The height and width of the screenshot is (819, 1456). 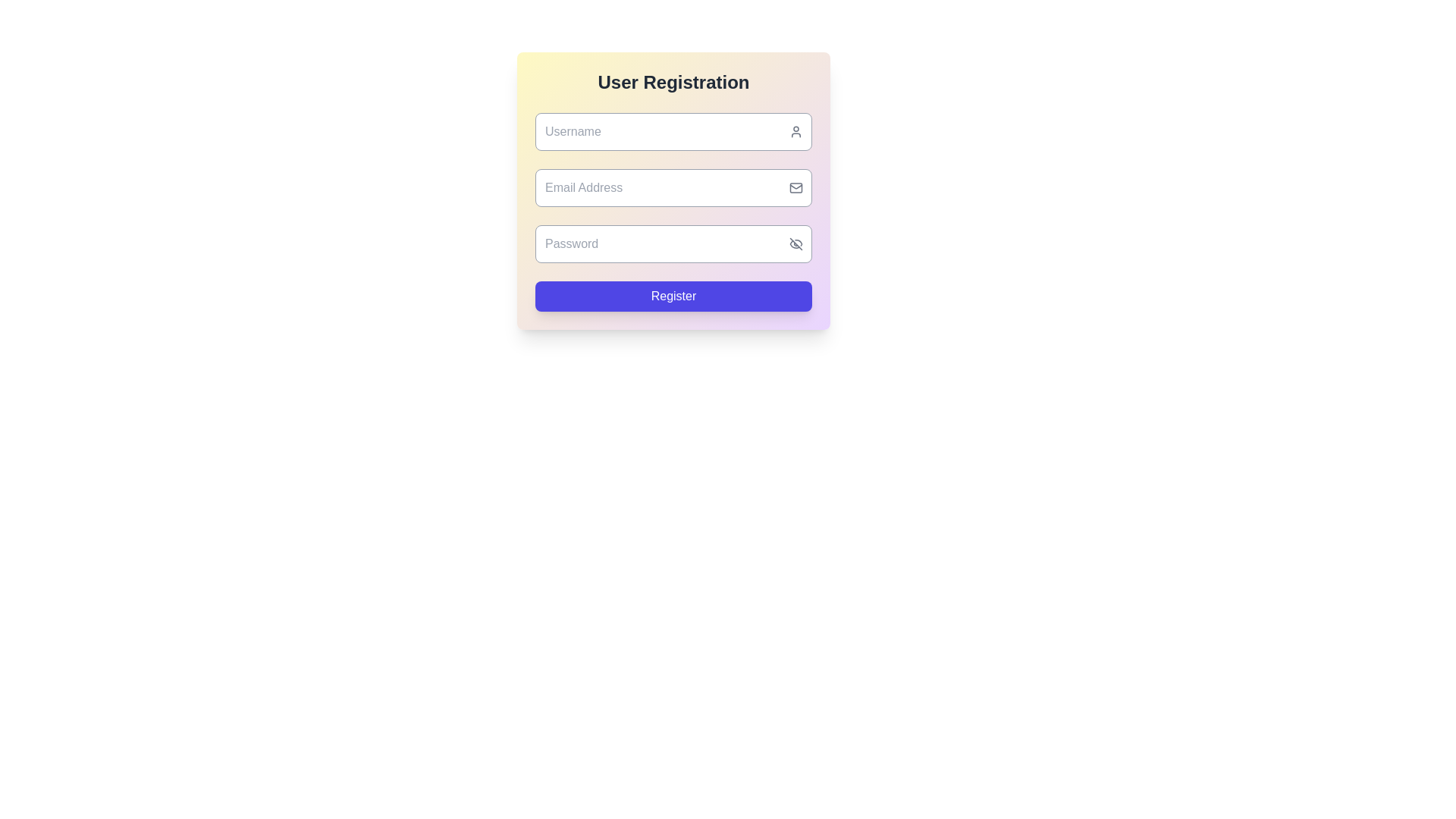 What do you see at coordinates (795, 187) in the screenshot?
I see `the decorative icon indicating the email input field, which is located on the right side of the 'Email Address' input box` at bounding box center [795, 187].